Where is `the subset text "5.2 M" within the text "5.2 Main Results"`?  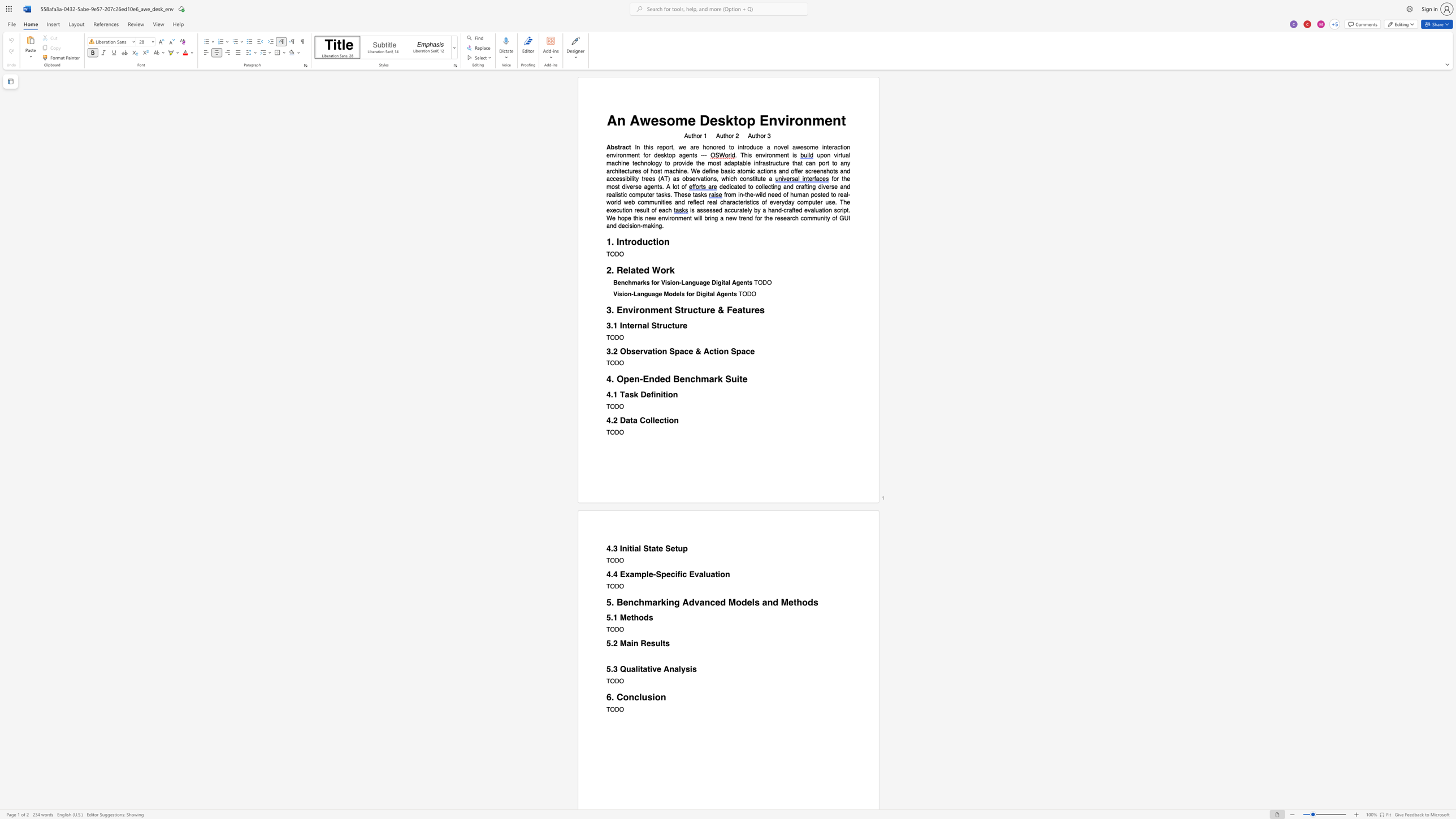
the subset text "5.2 M" within the text "5.2 Main Results" is located at coordinates (606, 643).